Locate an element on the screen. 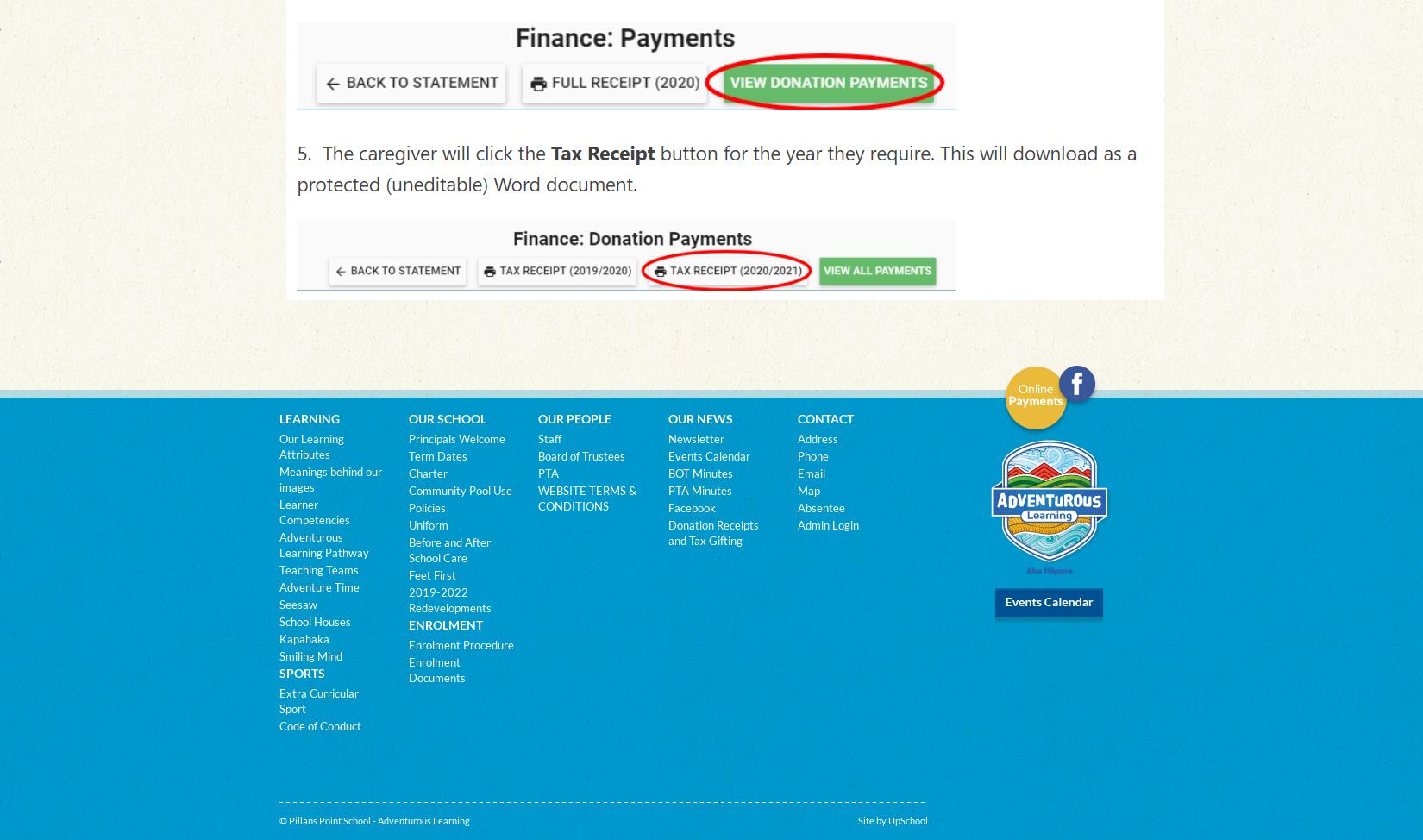 The width and height of the screenshot is (1423, 840). 'PTA Minutes' is located at coordinates (698, 490).